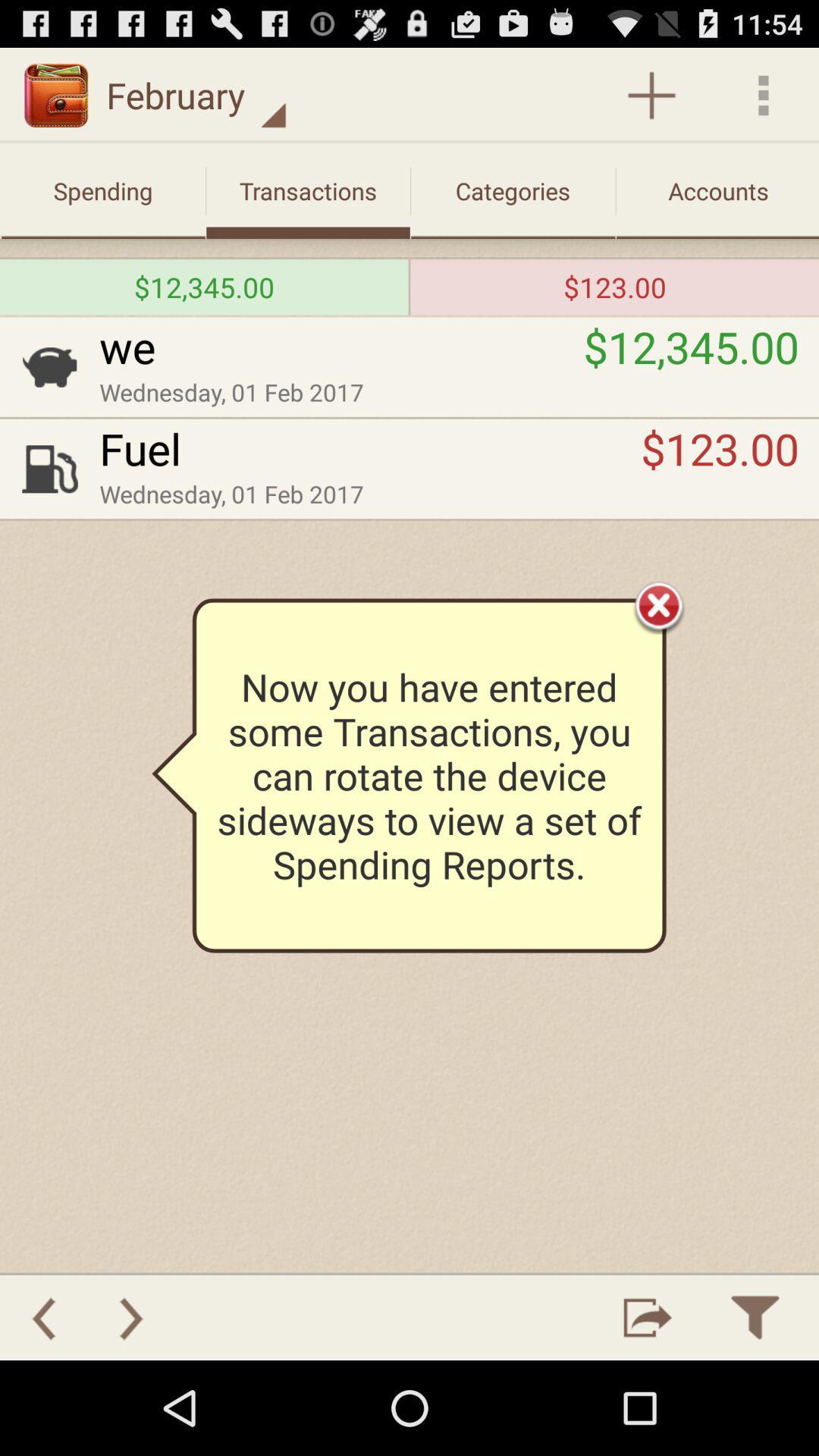 This screenshot has height=1456, width=819. Describe the element at coordinates (651, 94) in the screenshot. I see `the button to the right of the february` at that location.